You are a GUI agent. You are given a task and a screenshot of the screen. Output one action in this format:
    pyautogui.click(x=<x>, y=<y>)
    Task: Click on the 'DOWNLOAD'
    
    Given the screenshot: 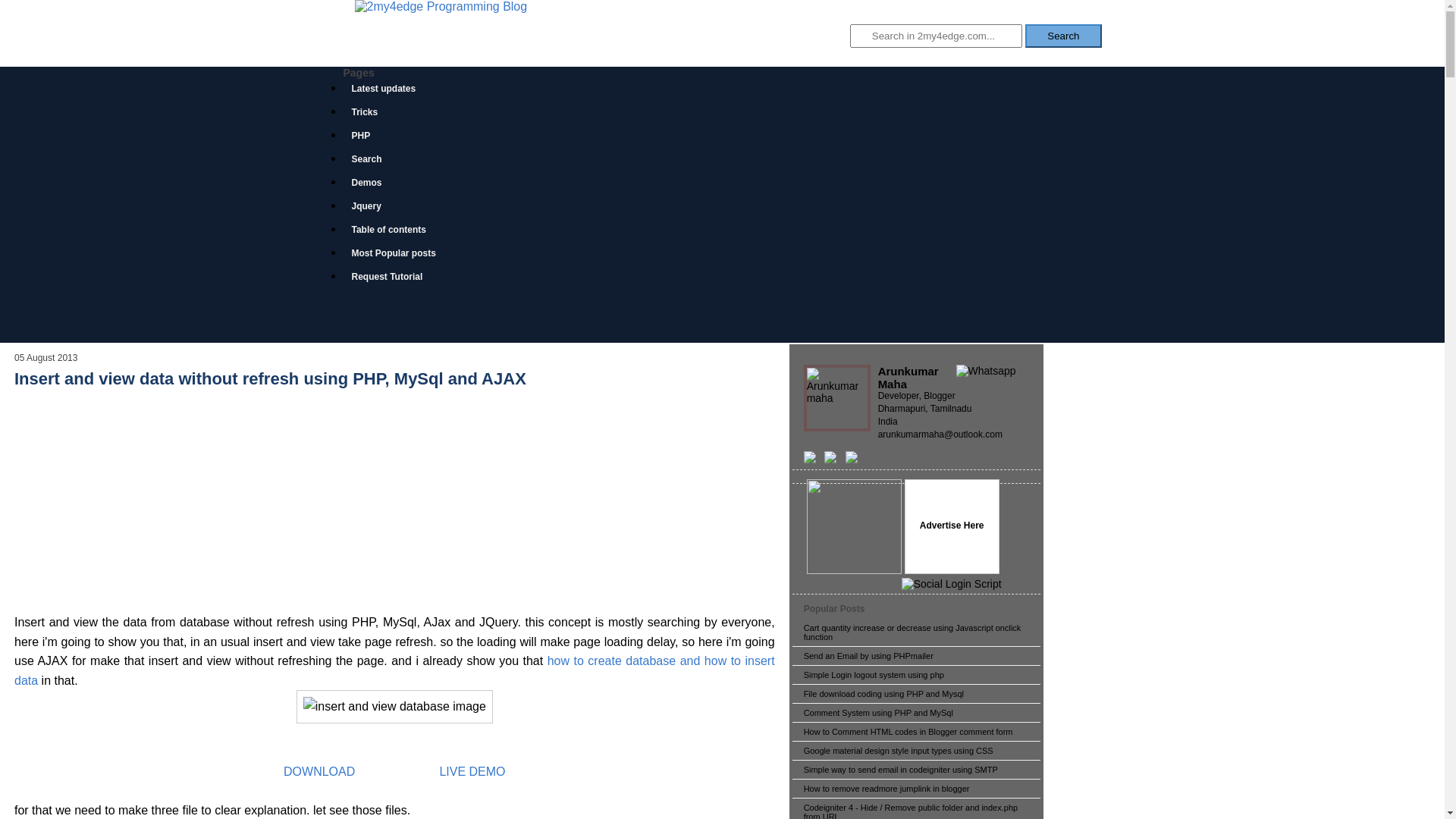 What is the action you would take?
    pyautogui.click(x=318, y=771)
    